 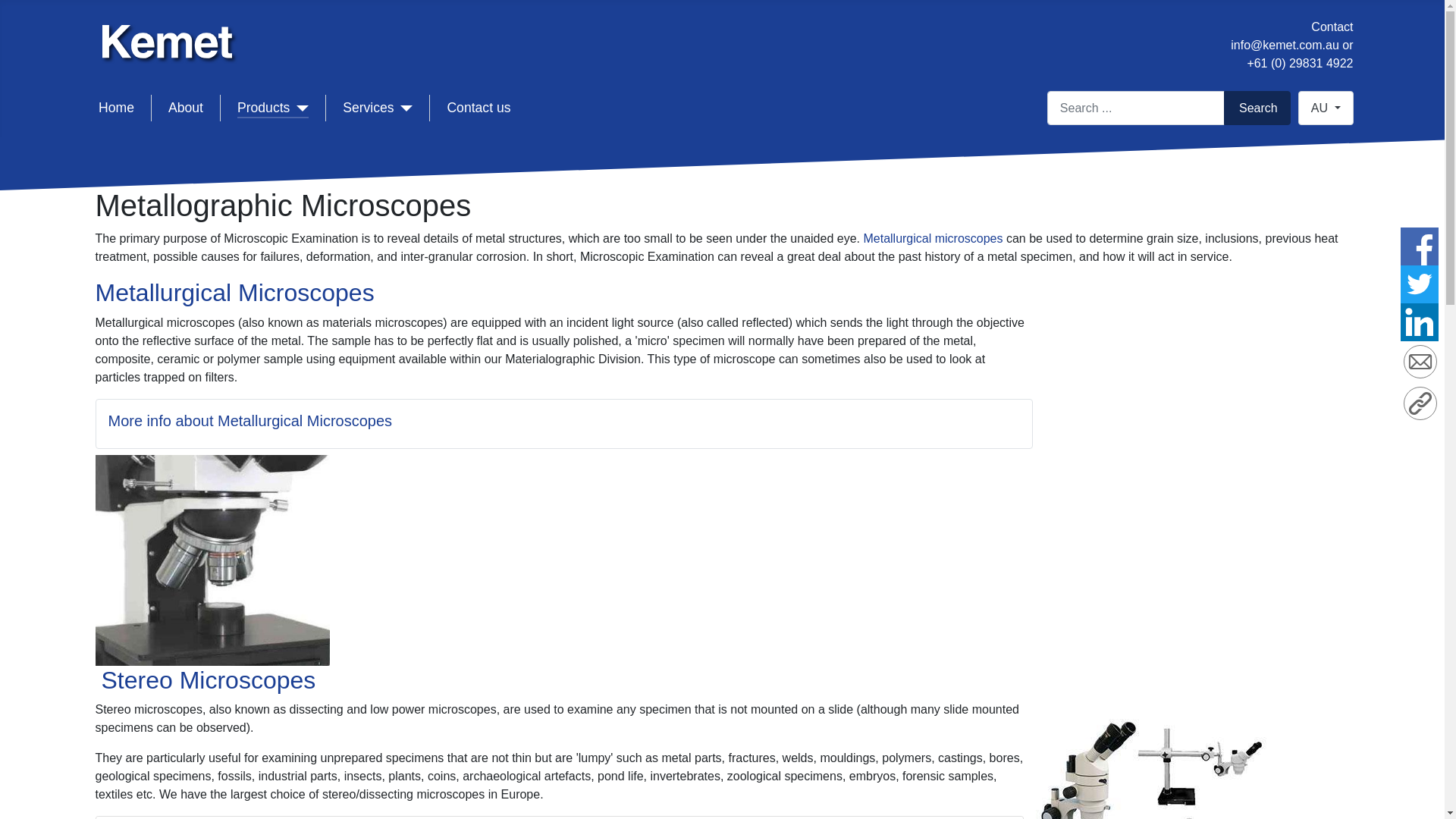 What do you see at coordinates (249, 421) in the screenshot?
I see `'More info about Metallurgical Microscopes'` at bounding box center [249, 421].